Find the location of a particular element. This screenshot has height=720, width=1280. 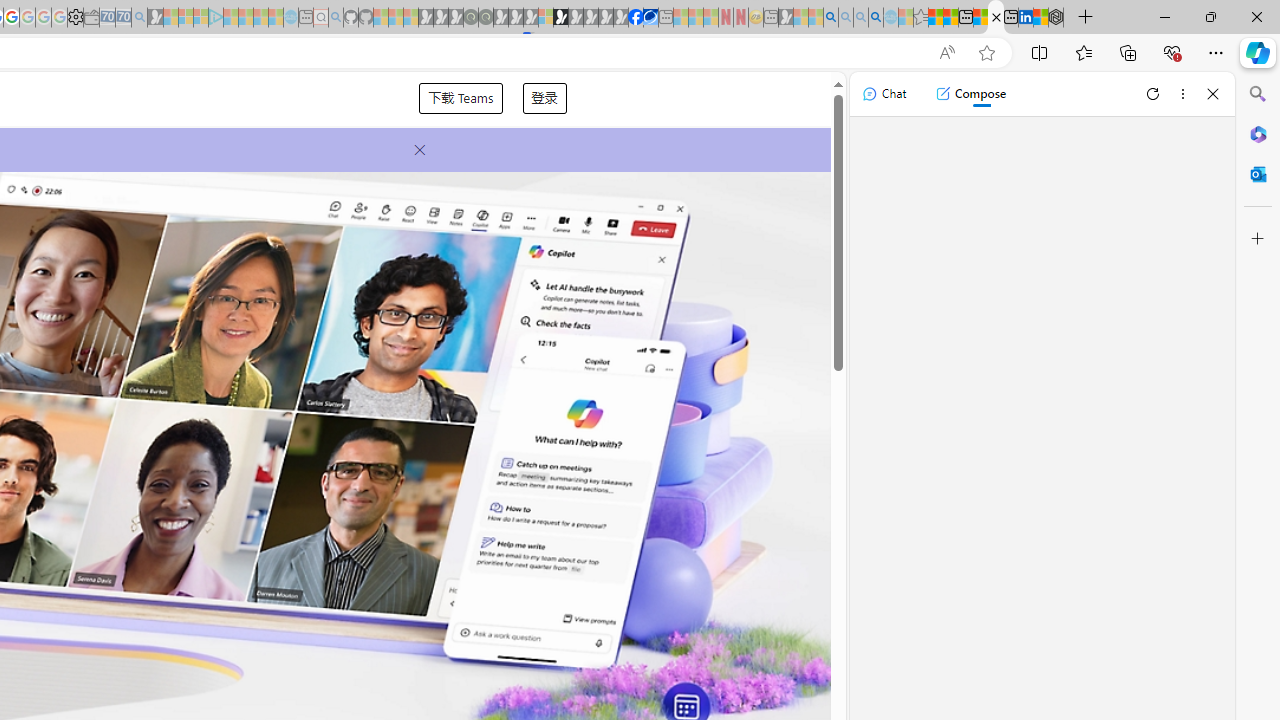

'Close Announcement Banner' is located at coordinates (413, 149).